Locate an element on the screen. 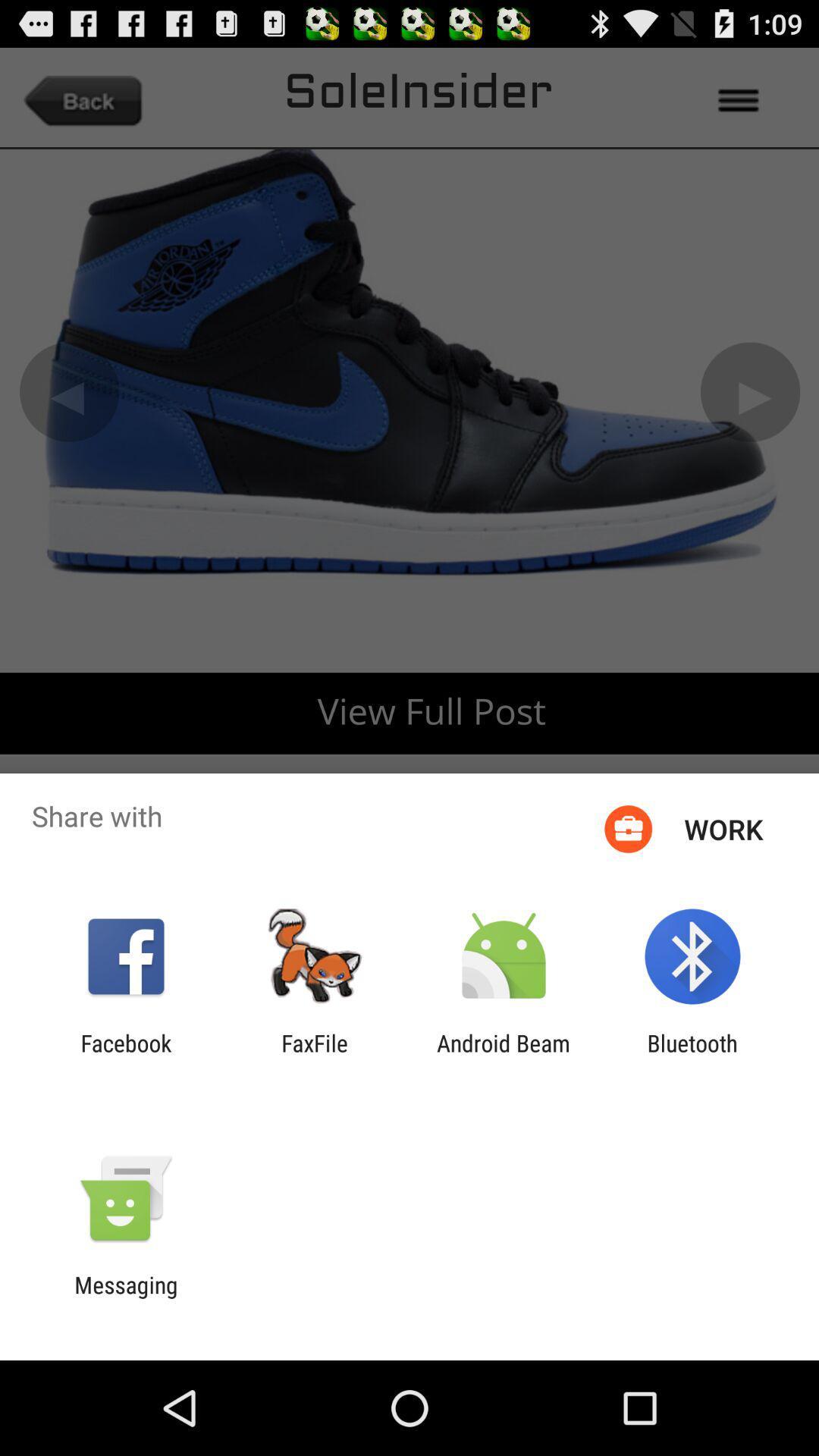  the messaging is located at coordinates (125, 1298).